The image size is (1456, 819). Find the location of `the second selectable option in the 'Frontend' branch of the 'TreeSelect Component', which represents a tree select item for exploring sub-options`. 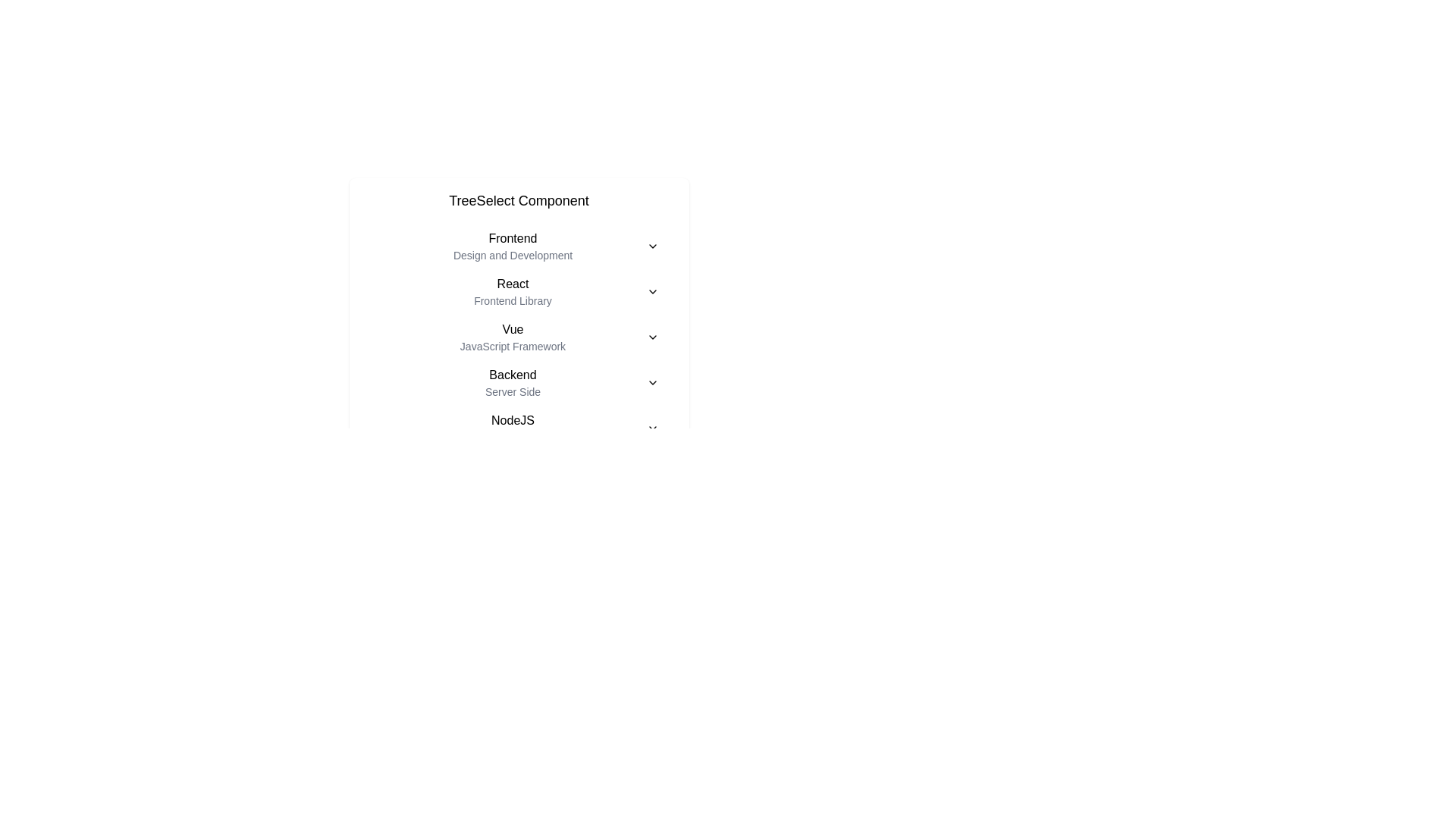

the second selectable option in the 'Frontend' branch of the 'TreeSelect Component', which represents a tree select item for exploring sub-options is located at coordinates (519, 292).